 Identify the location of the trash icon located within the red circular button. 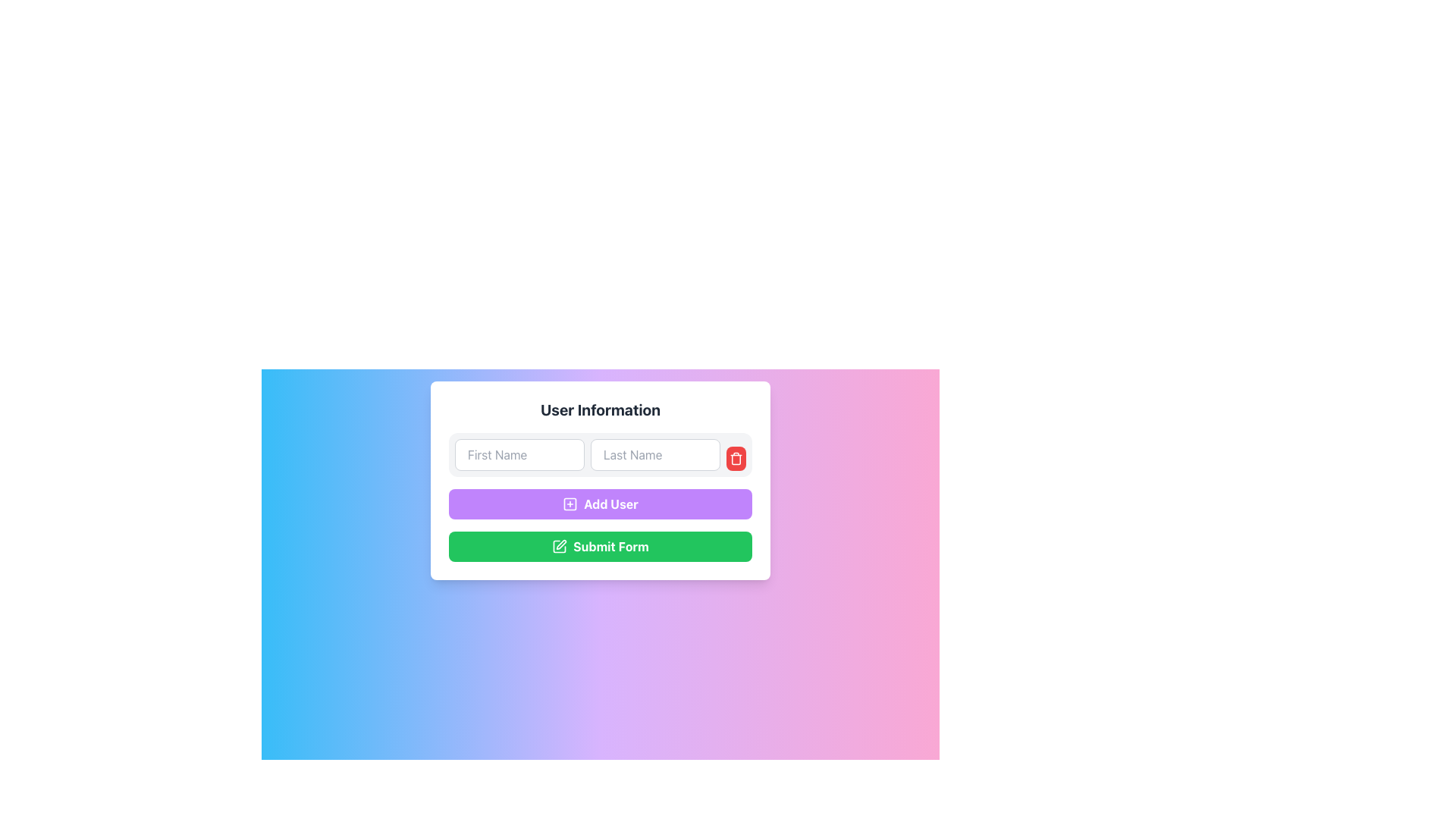
(736, 458).